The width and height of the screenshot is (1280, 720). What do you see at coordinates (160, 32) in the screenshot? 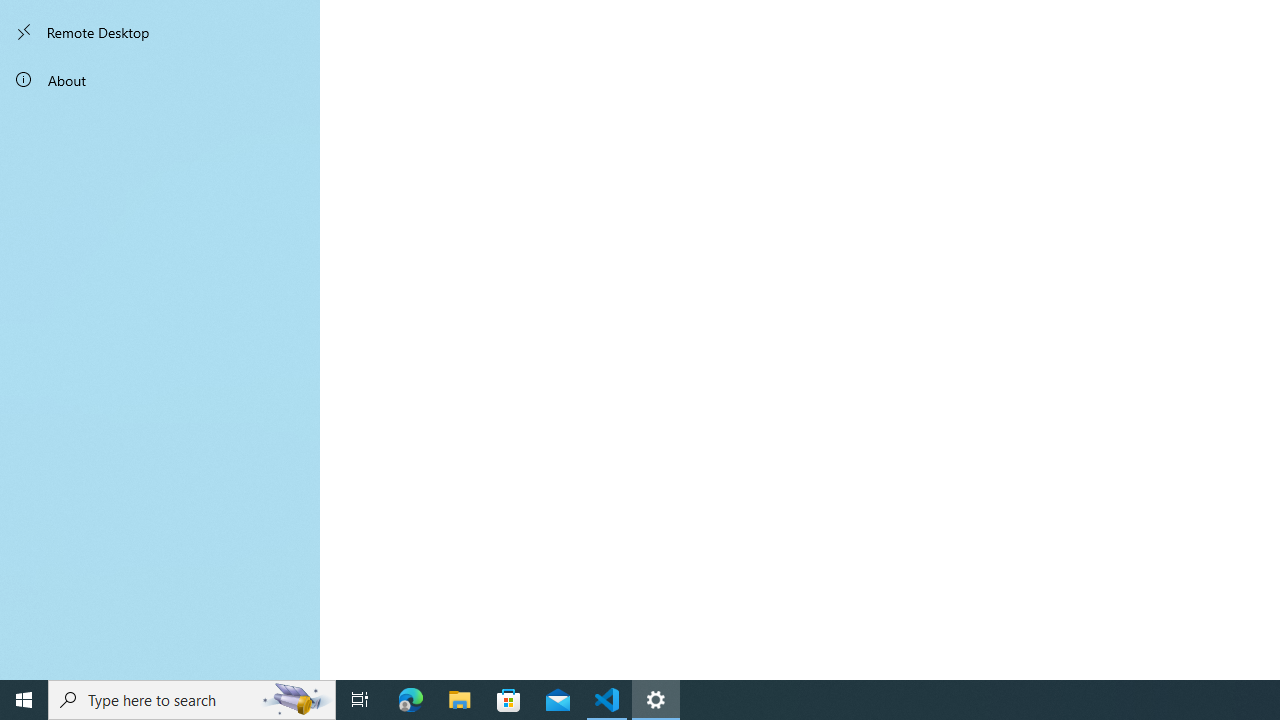
I see `'Remote Desktop'` at bounding box center [160, 32].